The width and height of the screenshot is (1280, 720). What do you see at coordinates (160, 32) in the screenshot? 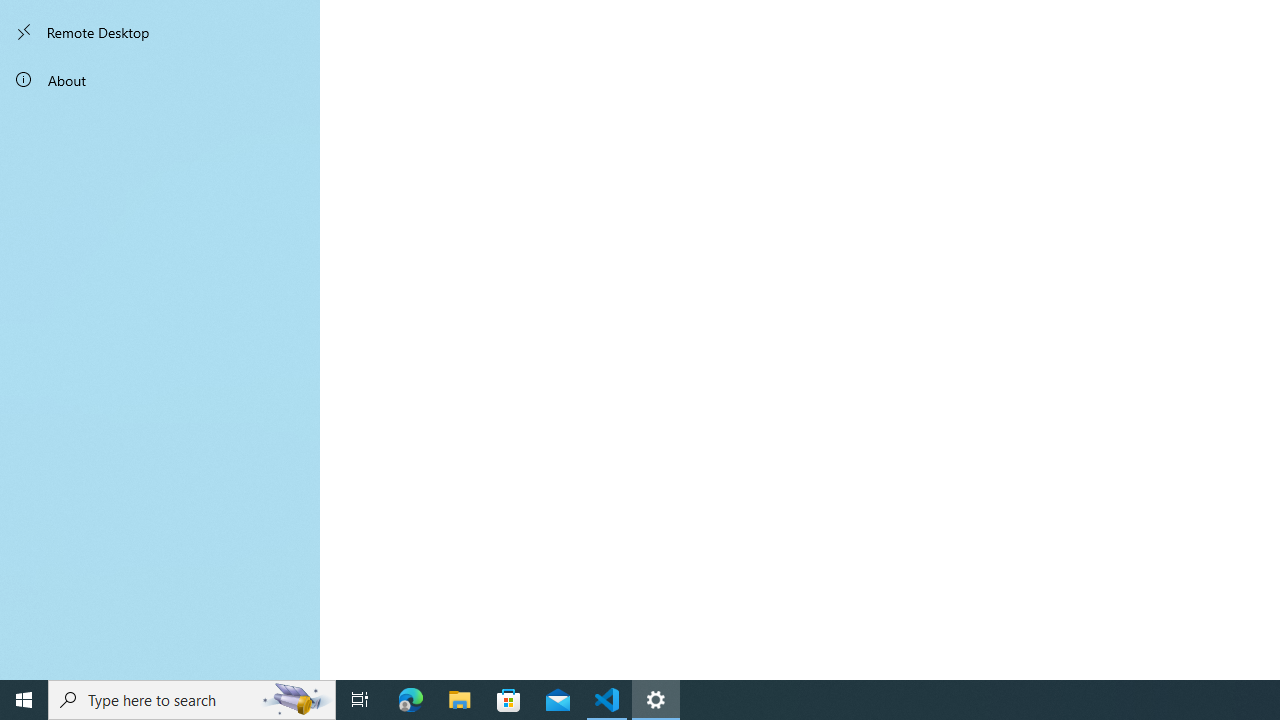
I see `'Remote Desktop'` at bounding box center [160, 32].